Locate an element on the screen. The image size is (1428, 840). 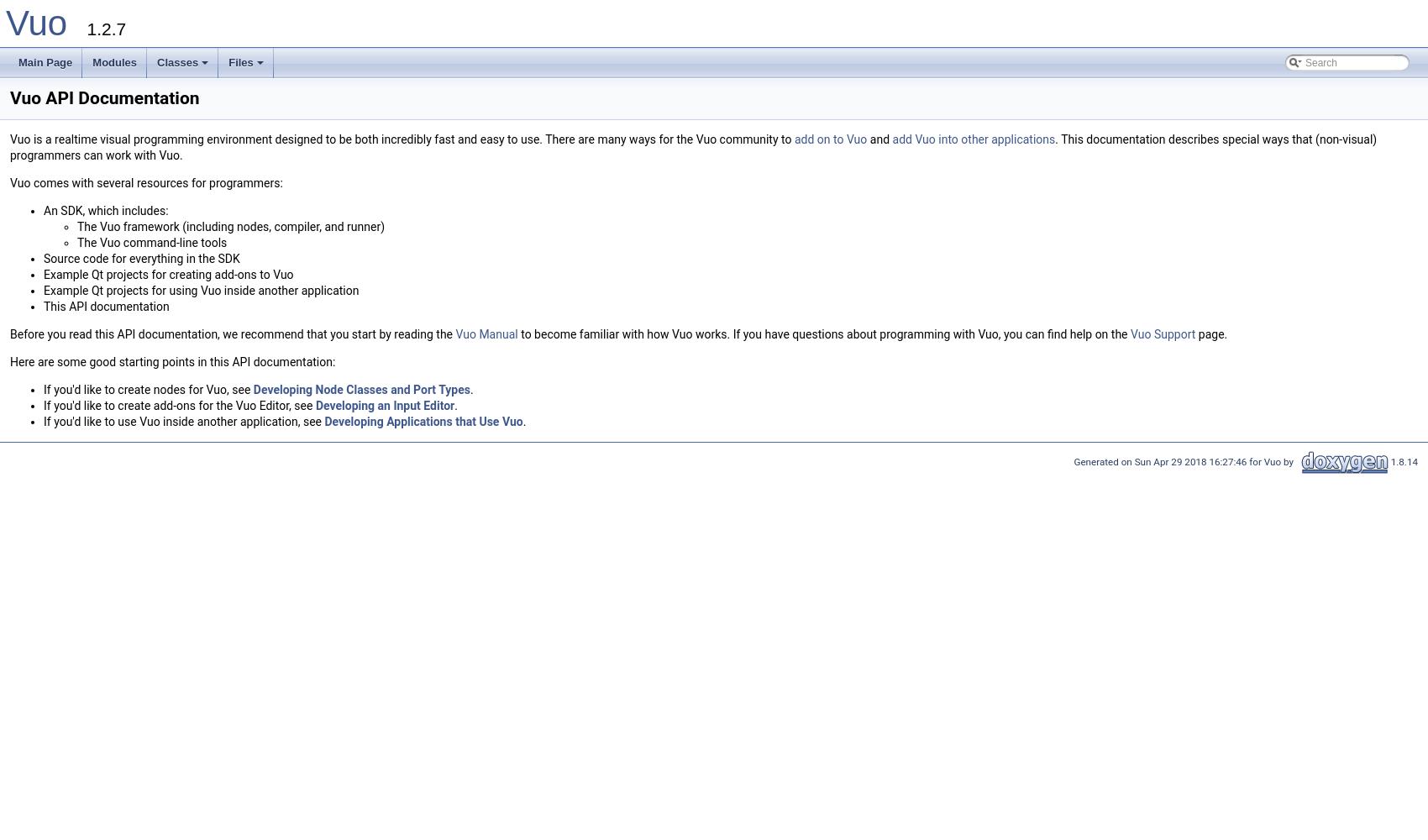
'Developing Applications that Use Vuo' is located at coordinates (423, 422).